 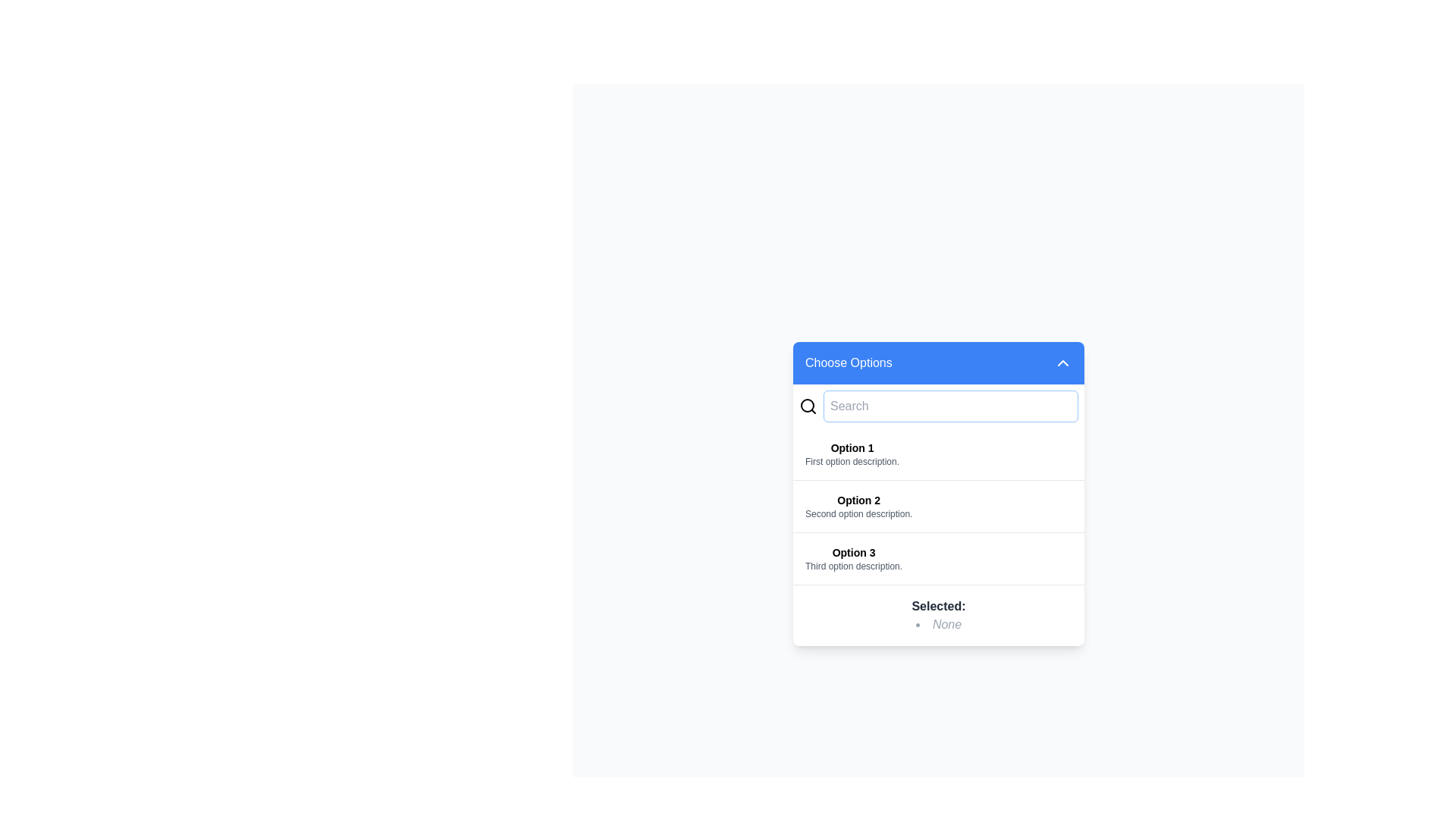 What do you see at coordinates (858, 500) in the screenshot?
I see `the text label reading 'Option 2' in the dropdown menu, which is formatted in a bold font and is the second entry in the list` at bounding box center [858, 500].